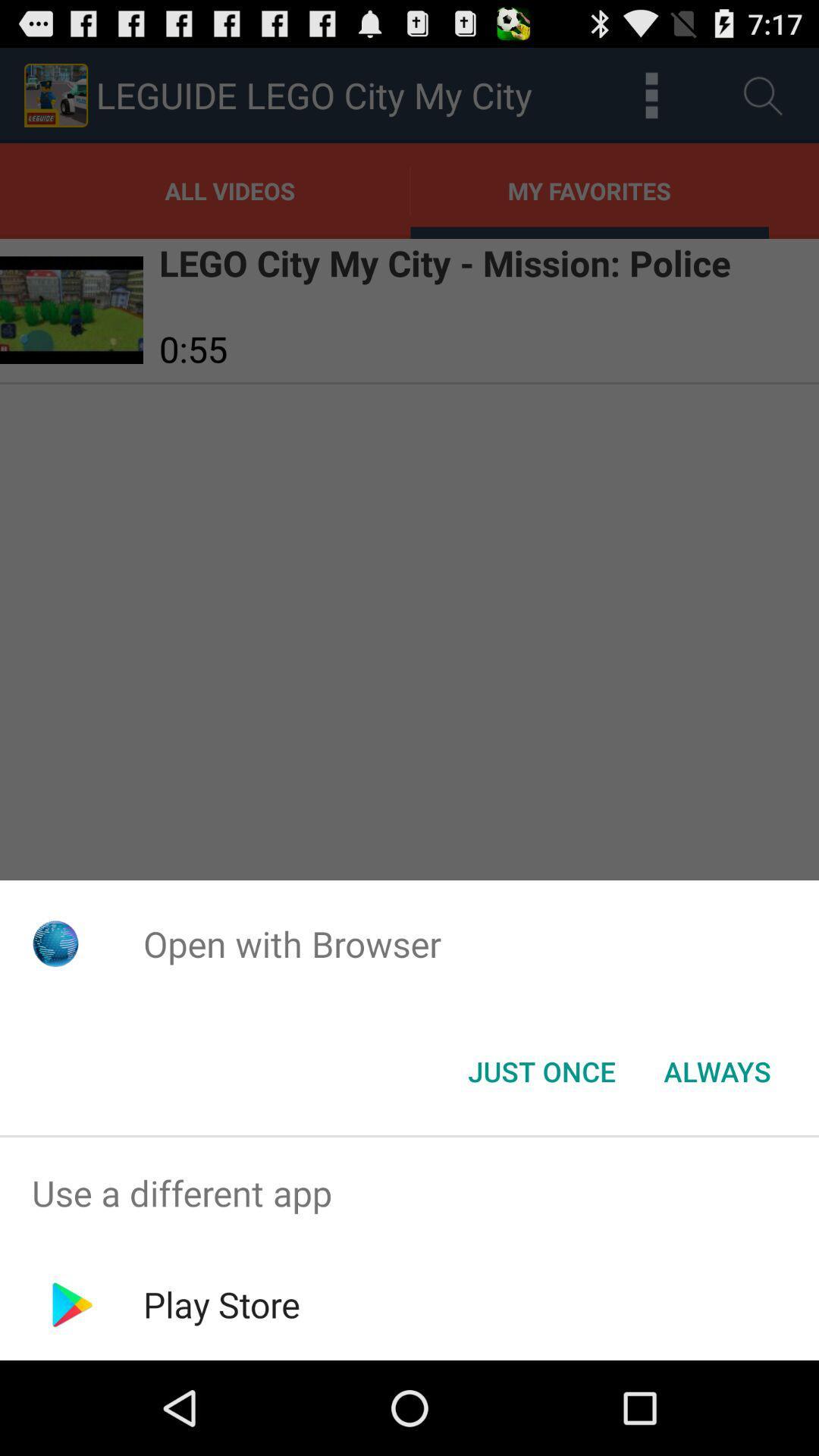  I want to click on play store icon, so click(221, 1304).